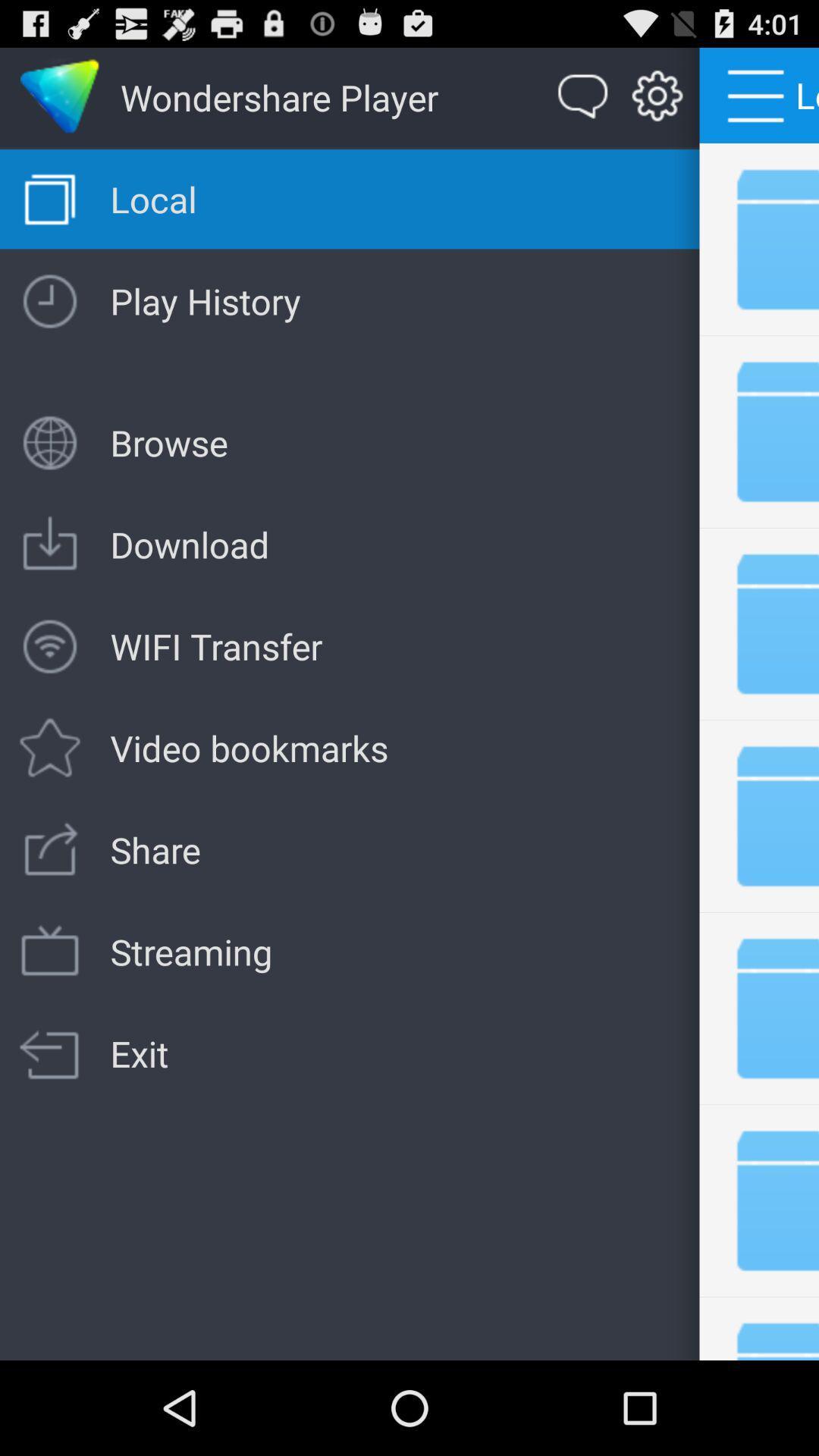 The height and width of the screenshot is (1456, 819). I want to click on the settings icon, so click(657, 103).